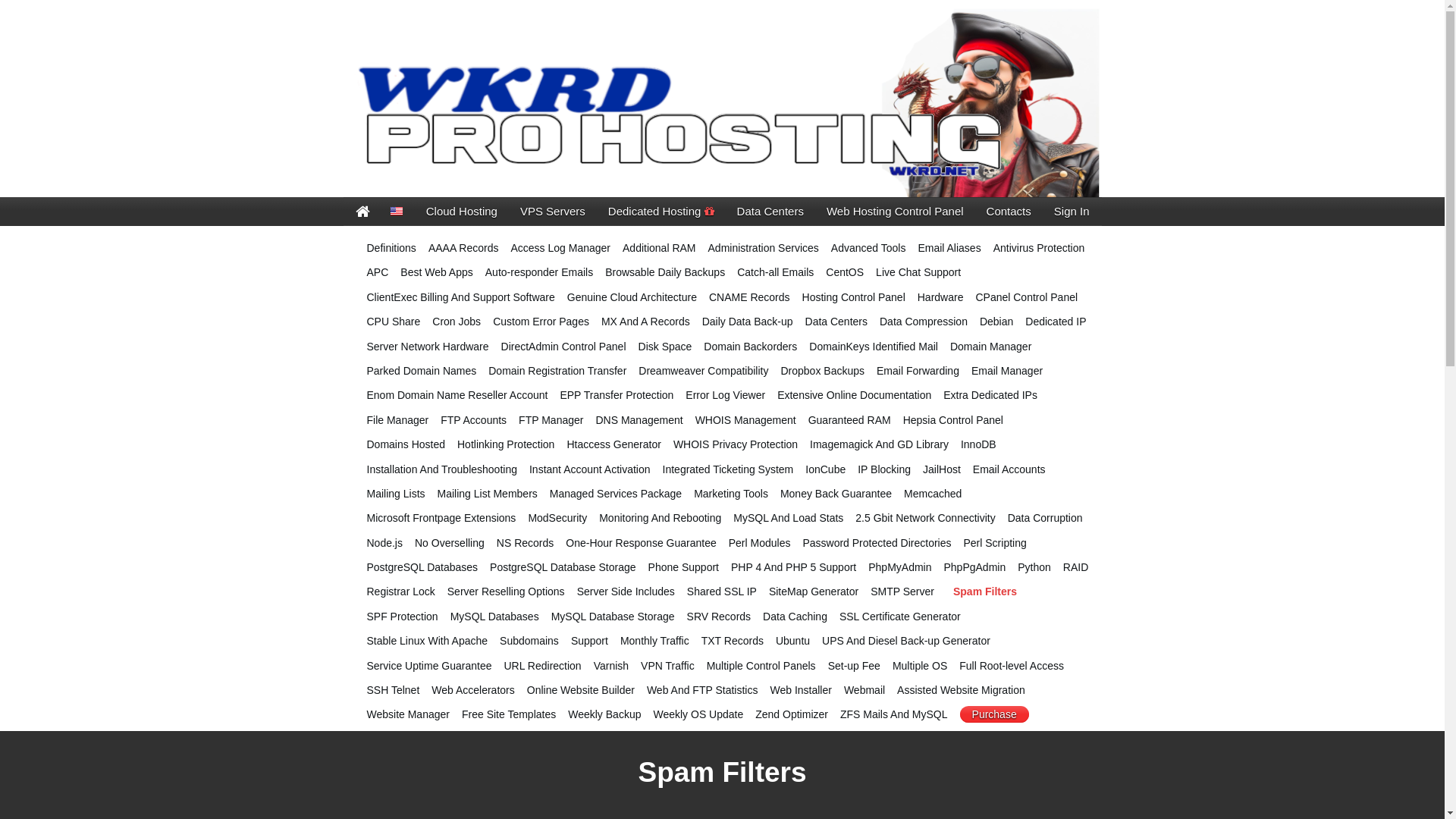  I want to click on 'Web Hosting Control Panel', so click(895, 211).